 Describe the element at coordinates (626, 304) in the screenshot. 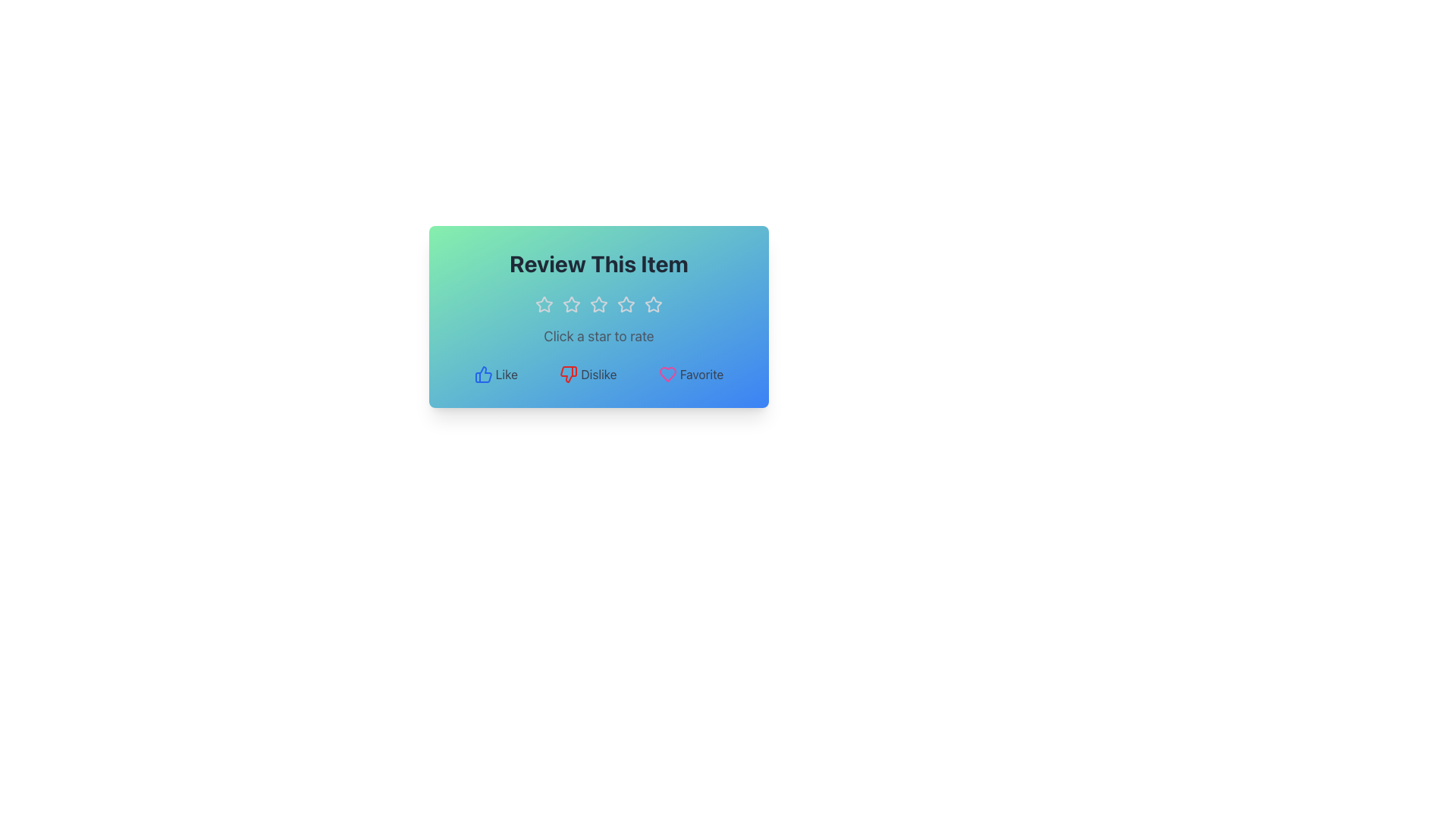

I see `the third star-shaped interactive icon to assign a rating under the text 'Click a star to rate'` at that location.